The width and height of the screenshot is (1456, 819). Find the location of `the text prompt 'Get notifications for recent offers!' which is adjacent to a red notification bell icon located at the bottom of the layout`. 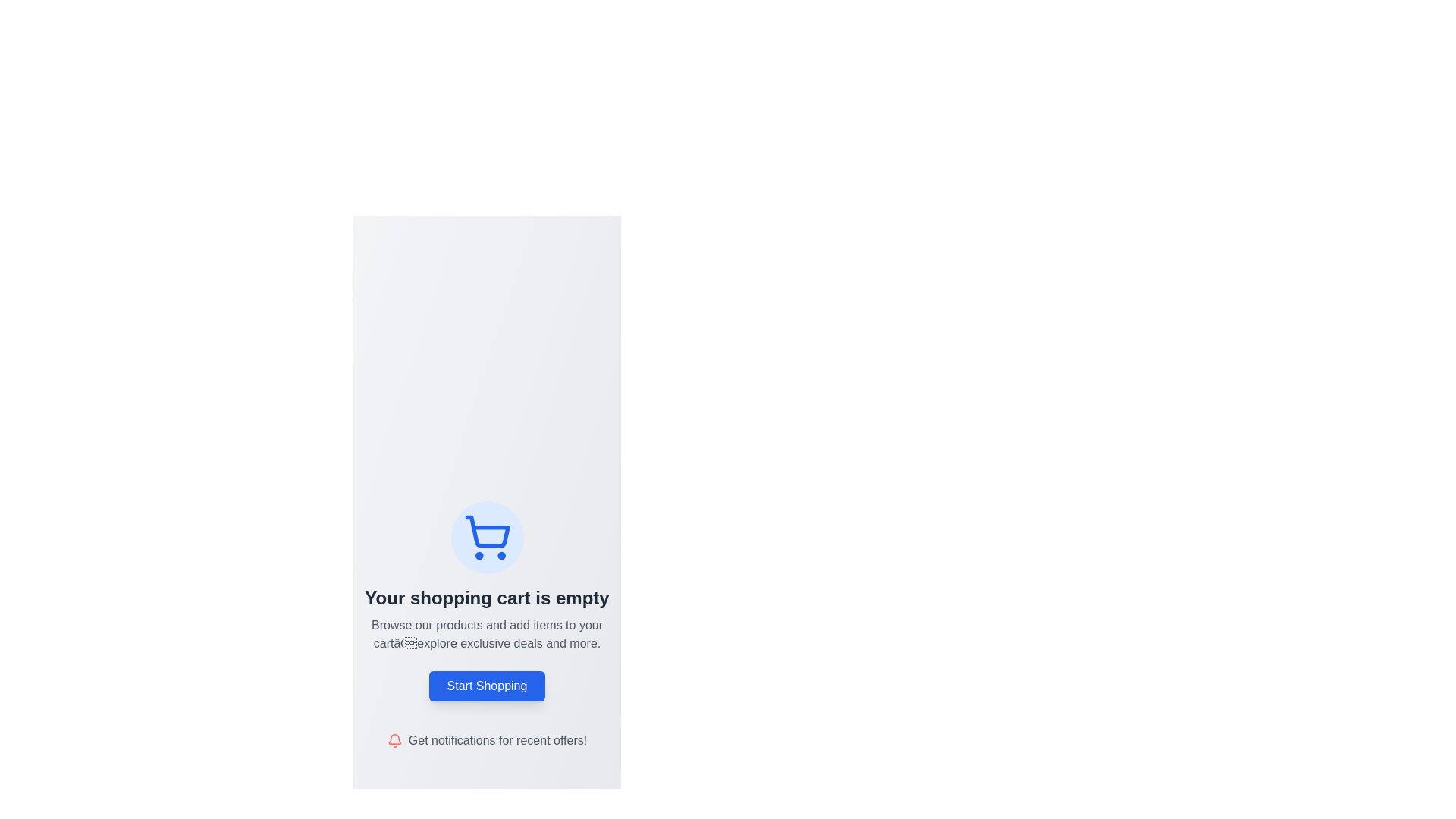

the text prompt 'Get notifications for recent offers!' which is adjacent to a red notification bell icon located at the bottom of the layout is located at coordinates (487, 739).